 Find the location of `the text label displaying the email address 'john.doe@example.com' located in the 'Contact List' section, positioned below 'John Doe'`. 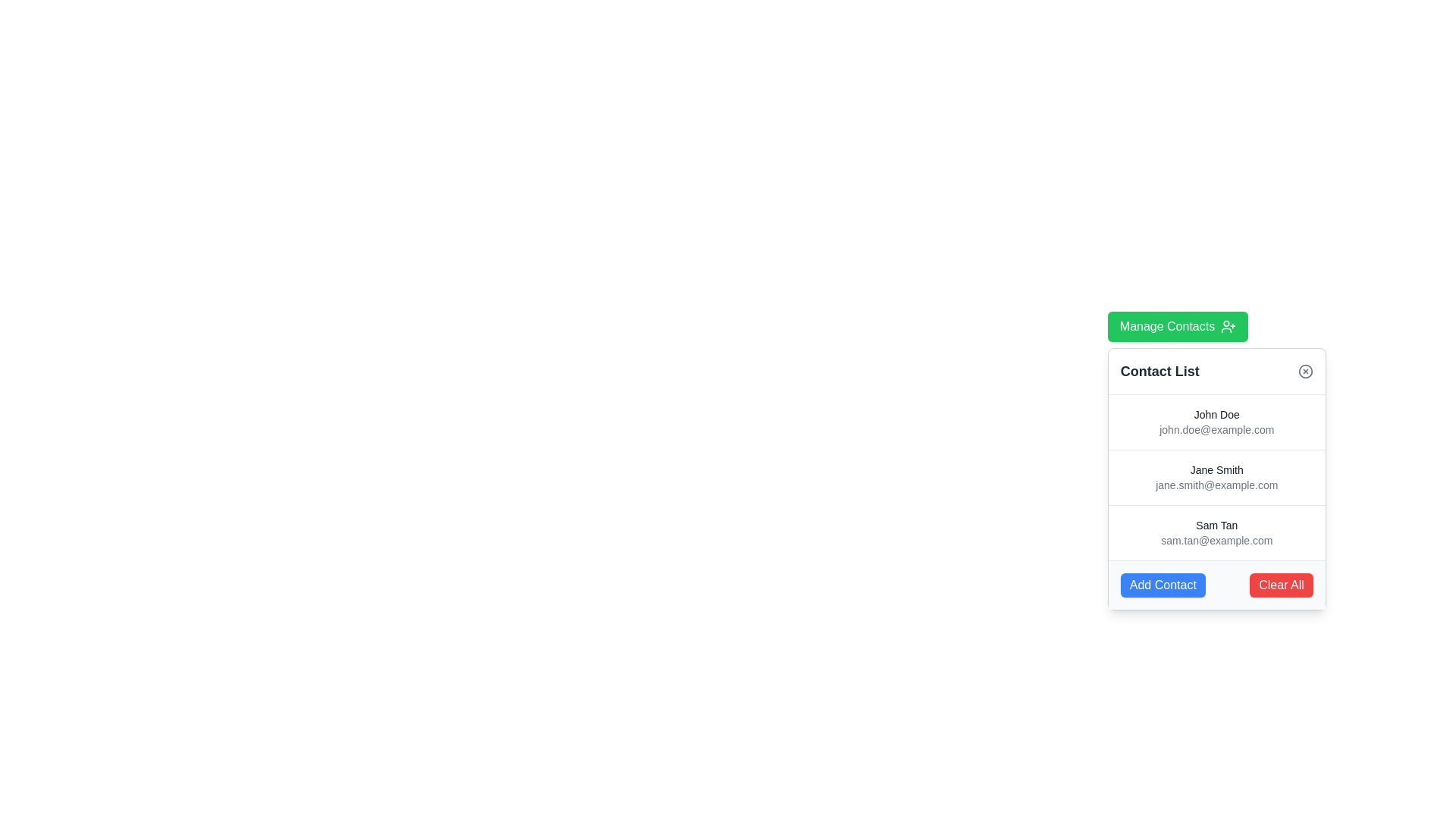

the text label displaying the email address 'john.doe@example.com' located in the 'Contact List' section, positioned below 'John Doe' is located at coordinates (1216, 430).